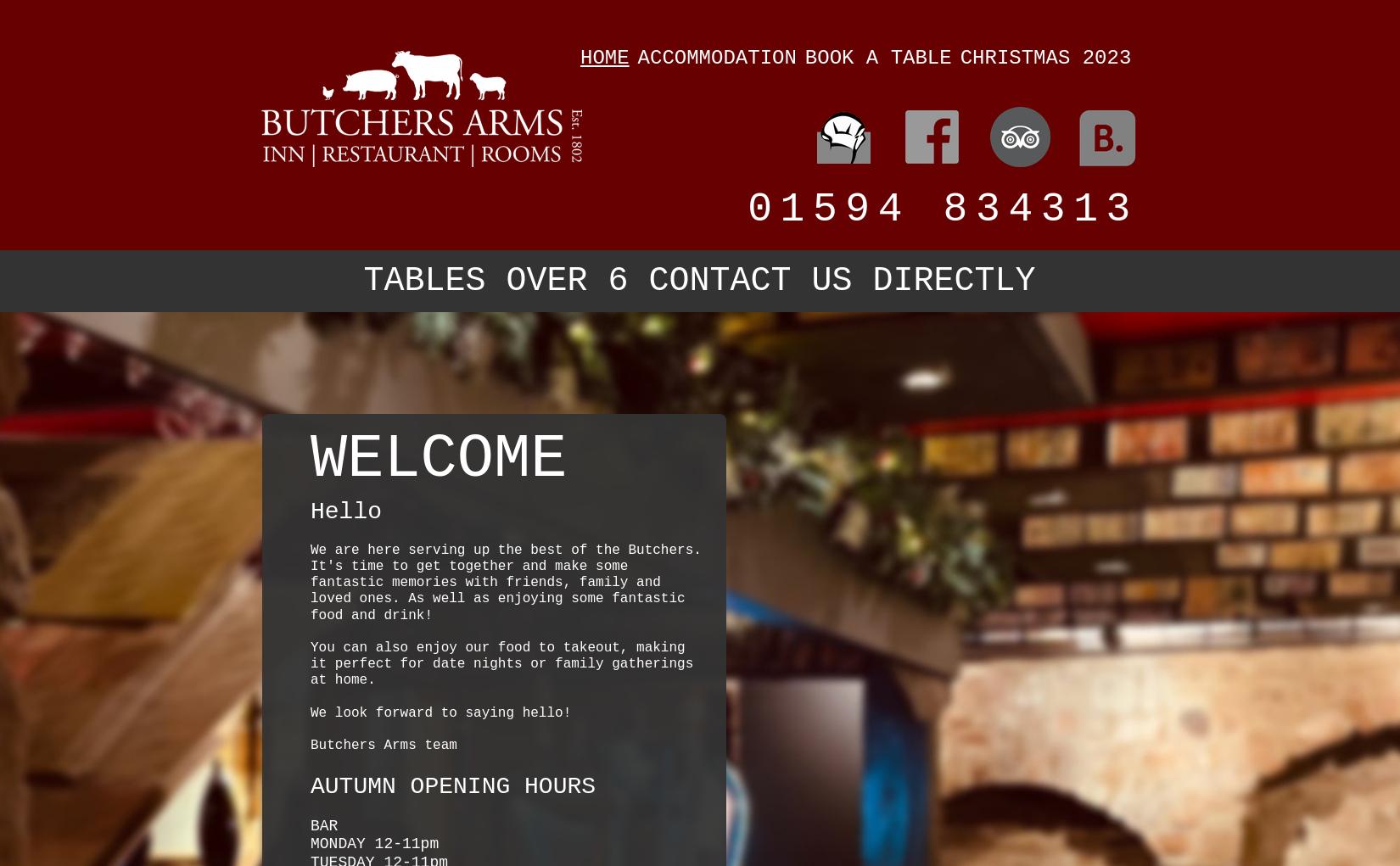  Describe the element at coordinates (310, 785) in the screenshot. I see `'AUTUMN OPENING HOURS'` at that location.